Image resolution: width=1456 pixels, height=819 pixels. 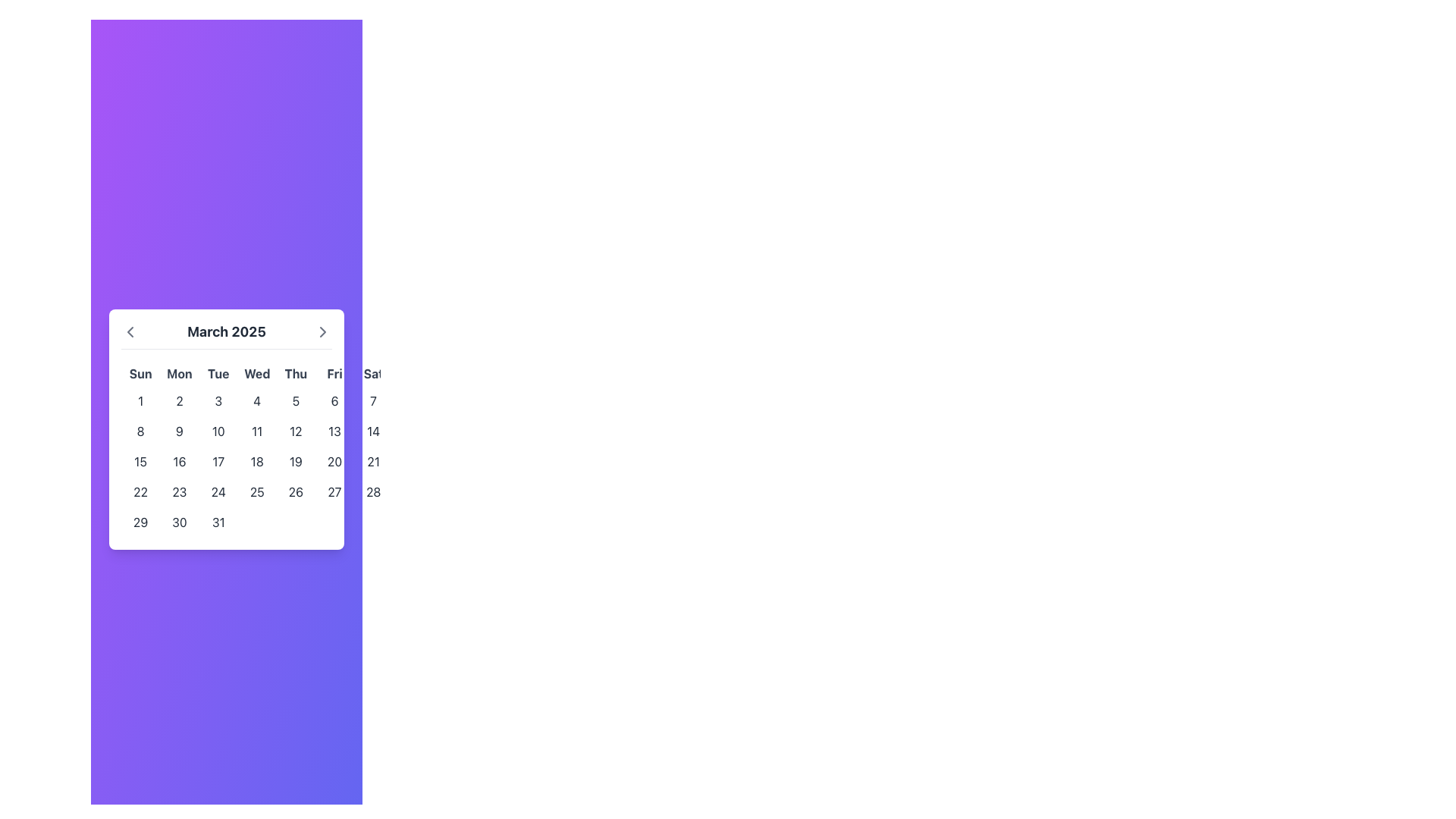 I want to click on the clickable date entry displaying the number '19' in the calendar view, so click(x=296, y=460).